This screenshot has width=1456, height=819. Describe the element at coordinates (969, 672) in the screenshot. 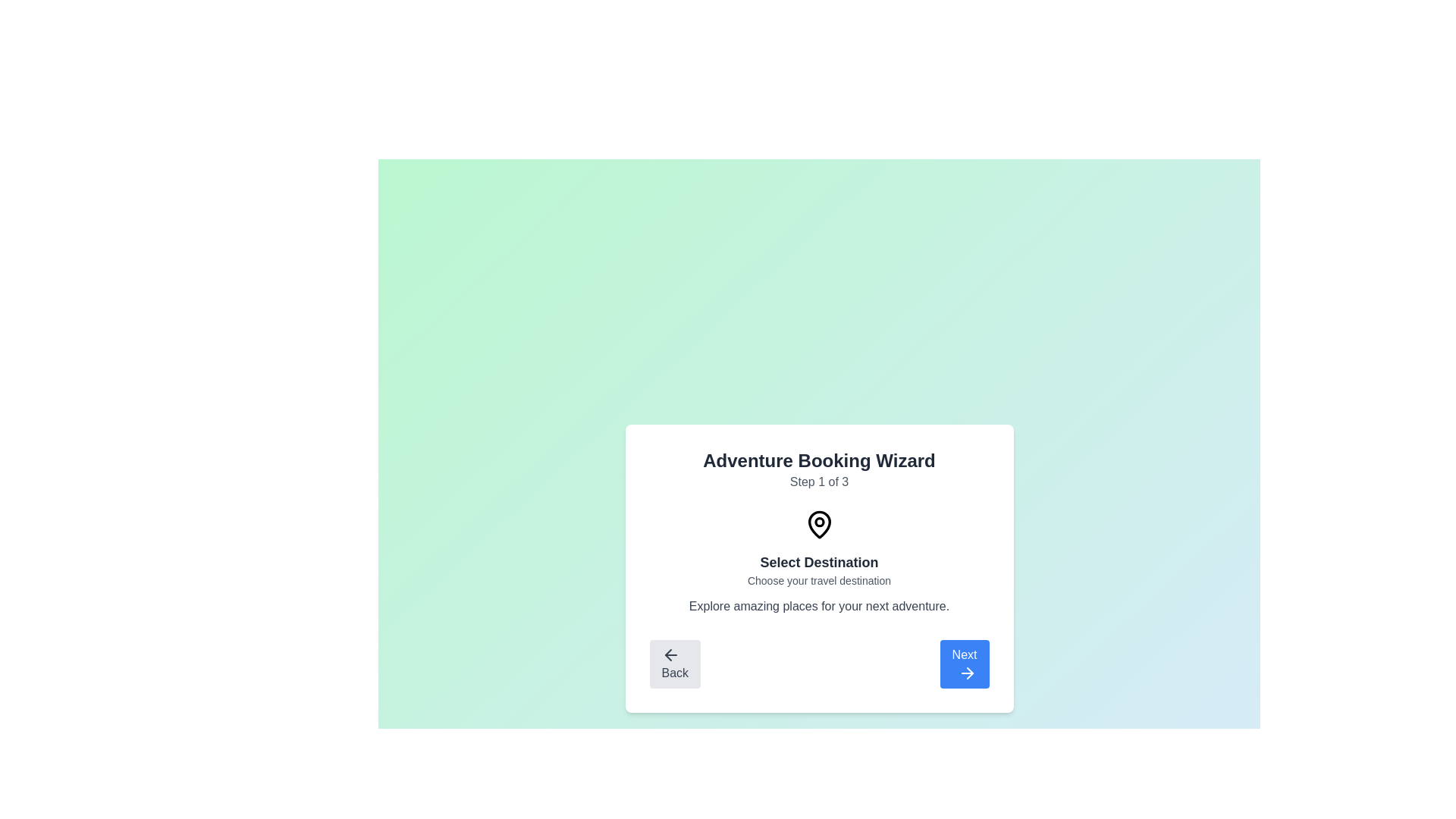

I see `the 'Next' button which contains an arrow icon indicating the next step in the wizard interface` at that location.